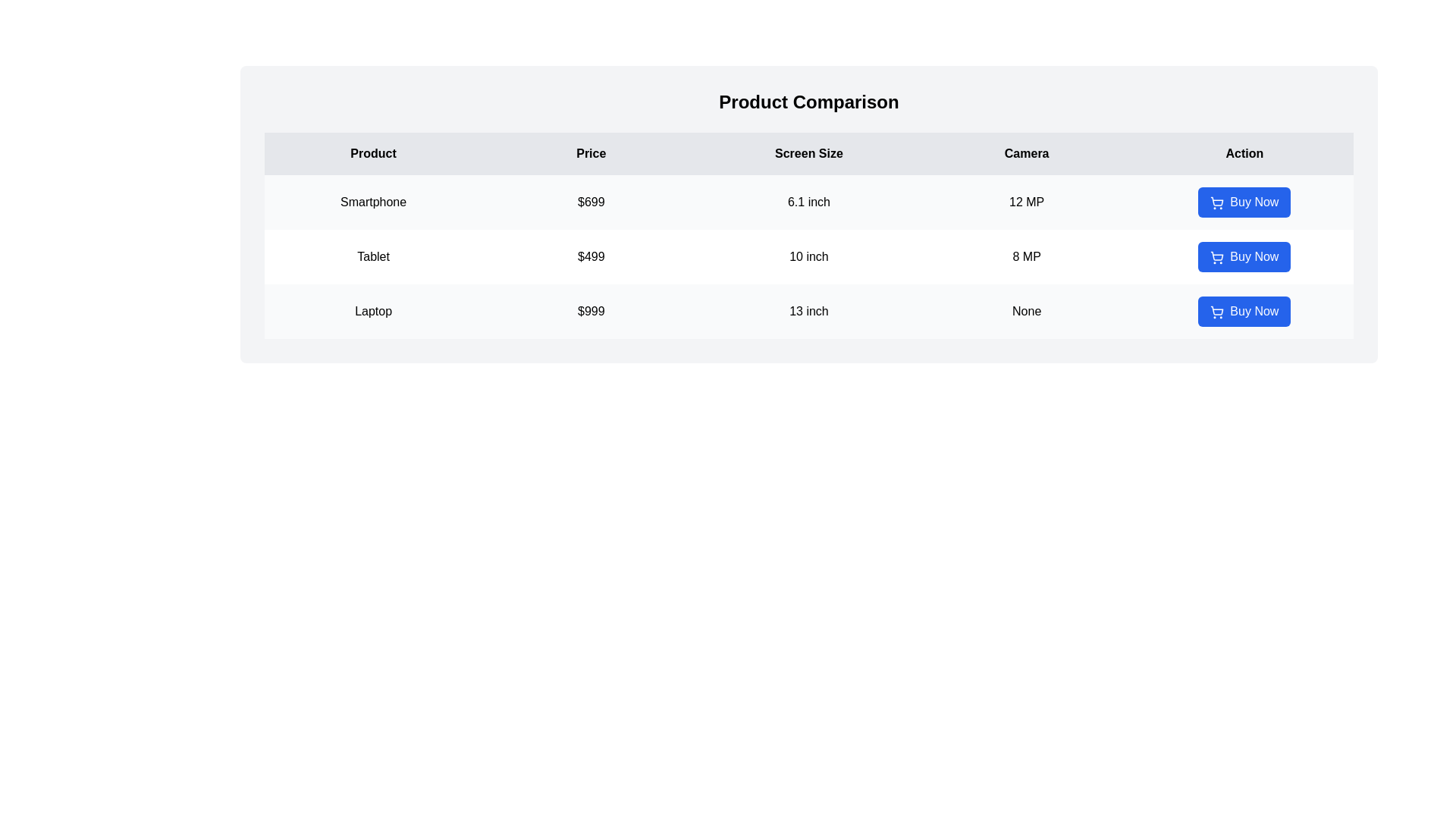 This screenshot has width=1456, height=819. I want to click on 'Buy Now' button for the product specified by Tablet, so click(1244, 256).